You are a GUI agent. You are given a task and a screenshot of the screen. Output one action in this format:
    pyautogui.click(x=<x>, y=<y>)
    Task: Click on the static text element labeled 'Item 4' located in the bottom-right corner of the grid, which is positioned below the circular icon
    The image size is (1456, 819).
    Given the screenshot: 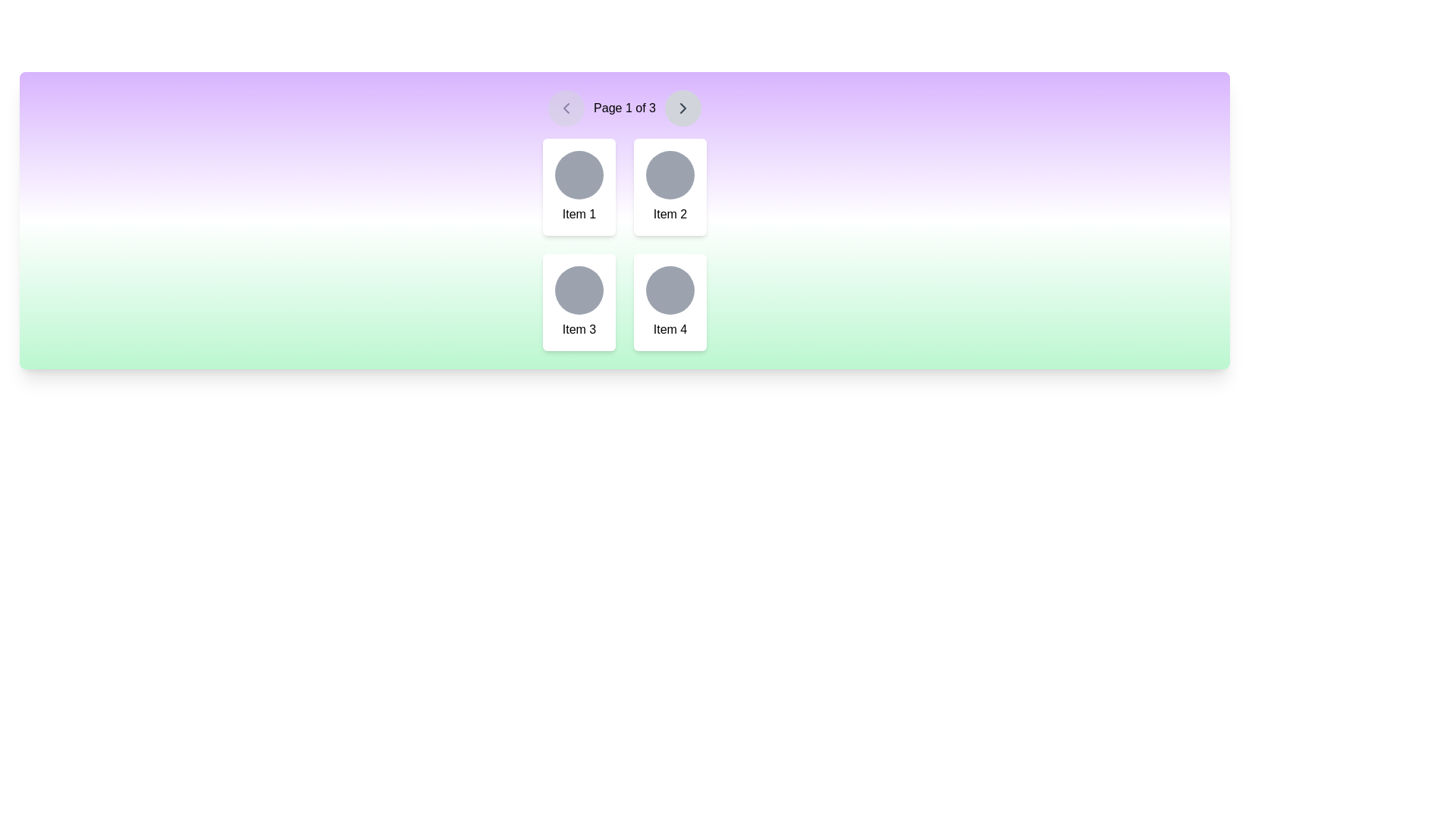 What is the action you would take?
    pyautogui.click(x=669, y=329)
    